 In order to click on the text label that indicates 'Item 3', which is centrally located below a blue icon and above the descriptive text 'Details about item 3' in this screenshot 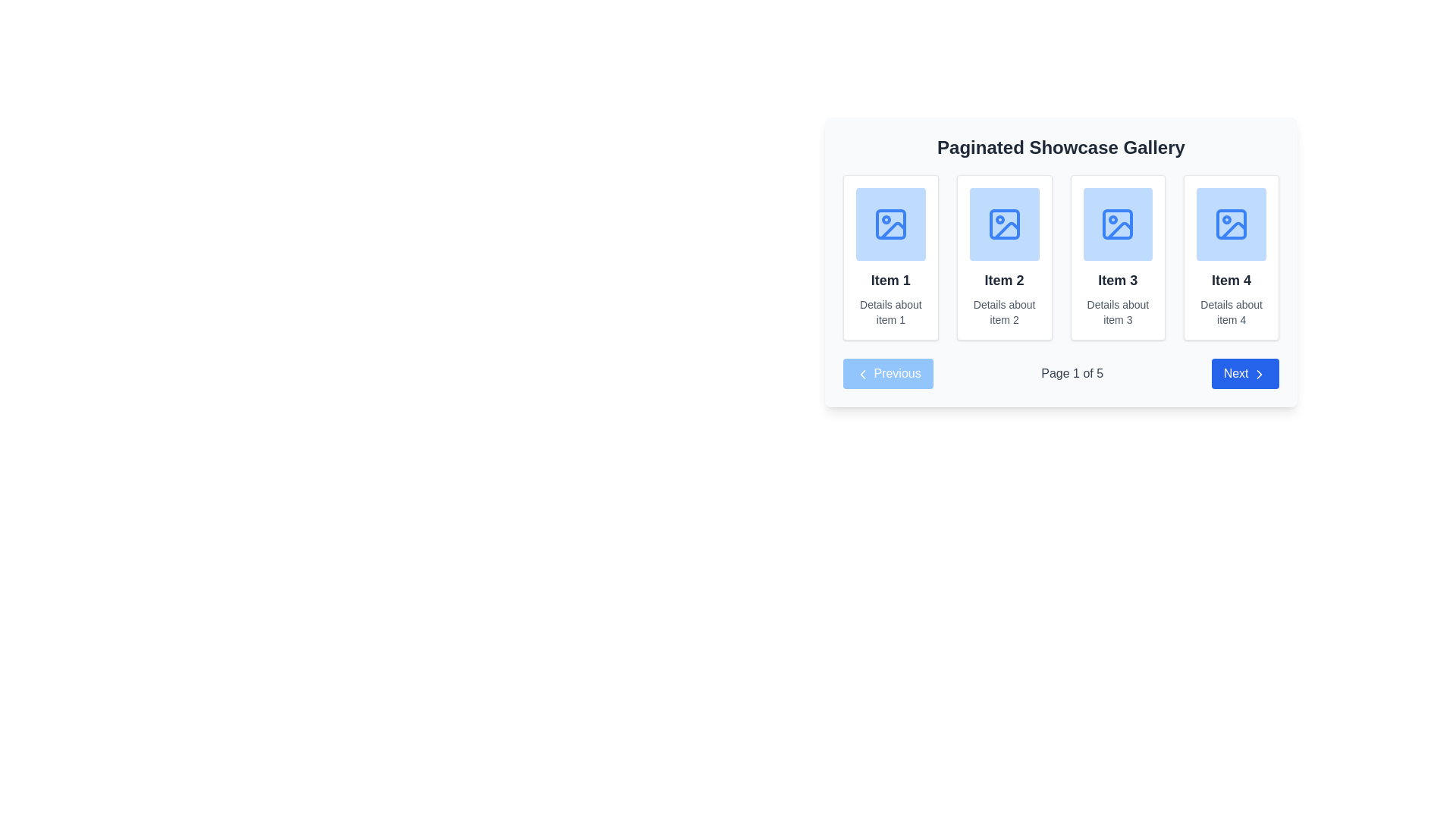, I will do `click(1118, 281)`.